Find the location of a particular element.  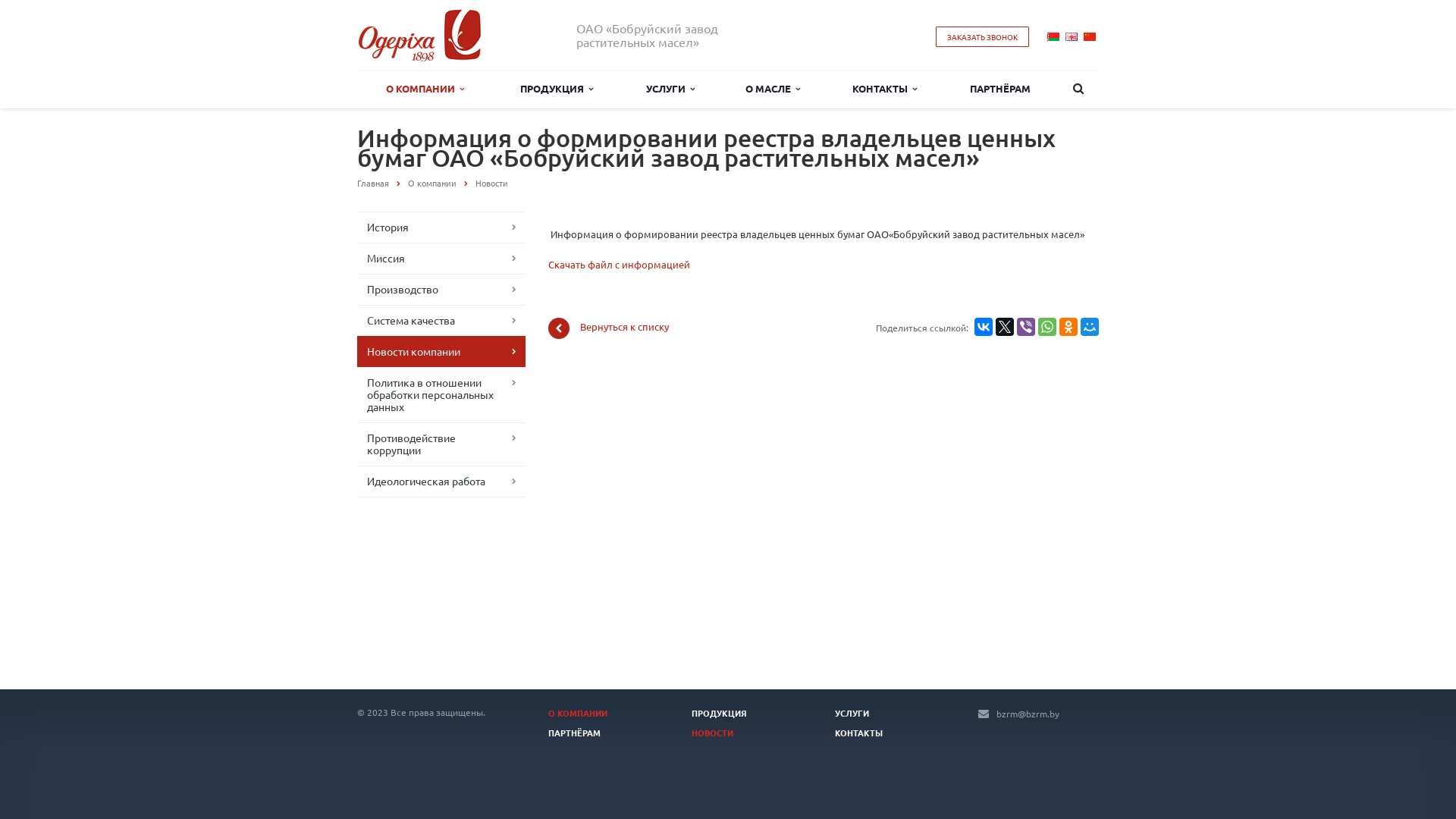

'WhatsApp' is located at coordinates (1046, 326).